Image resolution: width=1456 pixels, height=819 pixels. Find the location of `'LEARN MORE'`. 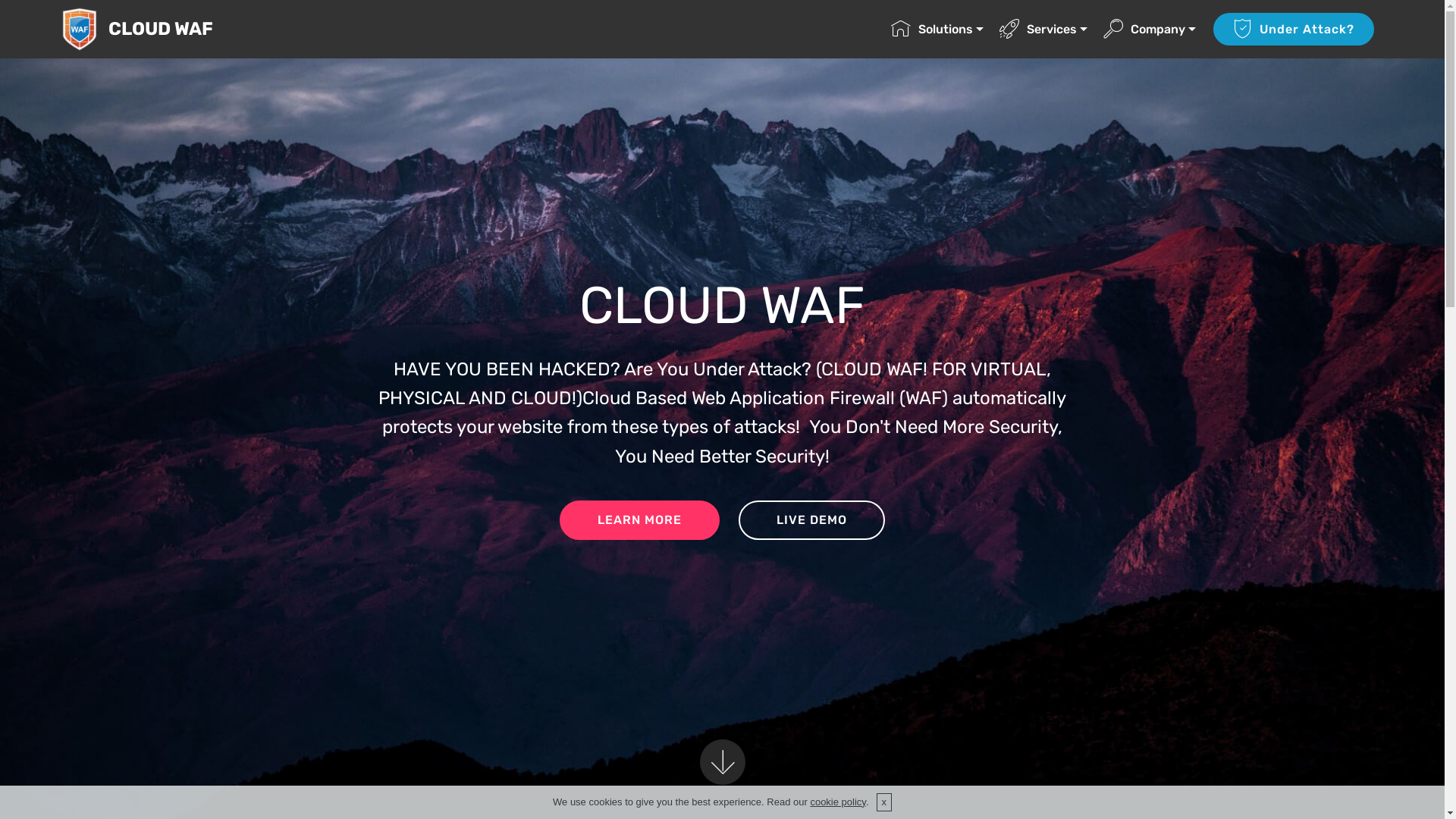

'LEARN MORE' is located at coordinates (639, 519).